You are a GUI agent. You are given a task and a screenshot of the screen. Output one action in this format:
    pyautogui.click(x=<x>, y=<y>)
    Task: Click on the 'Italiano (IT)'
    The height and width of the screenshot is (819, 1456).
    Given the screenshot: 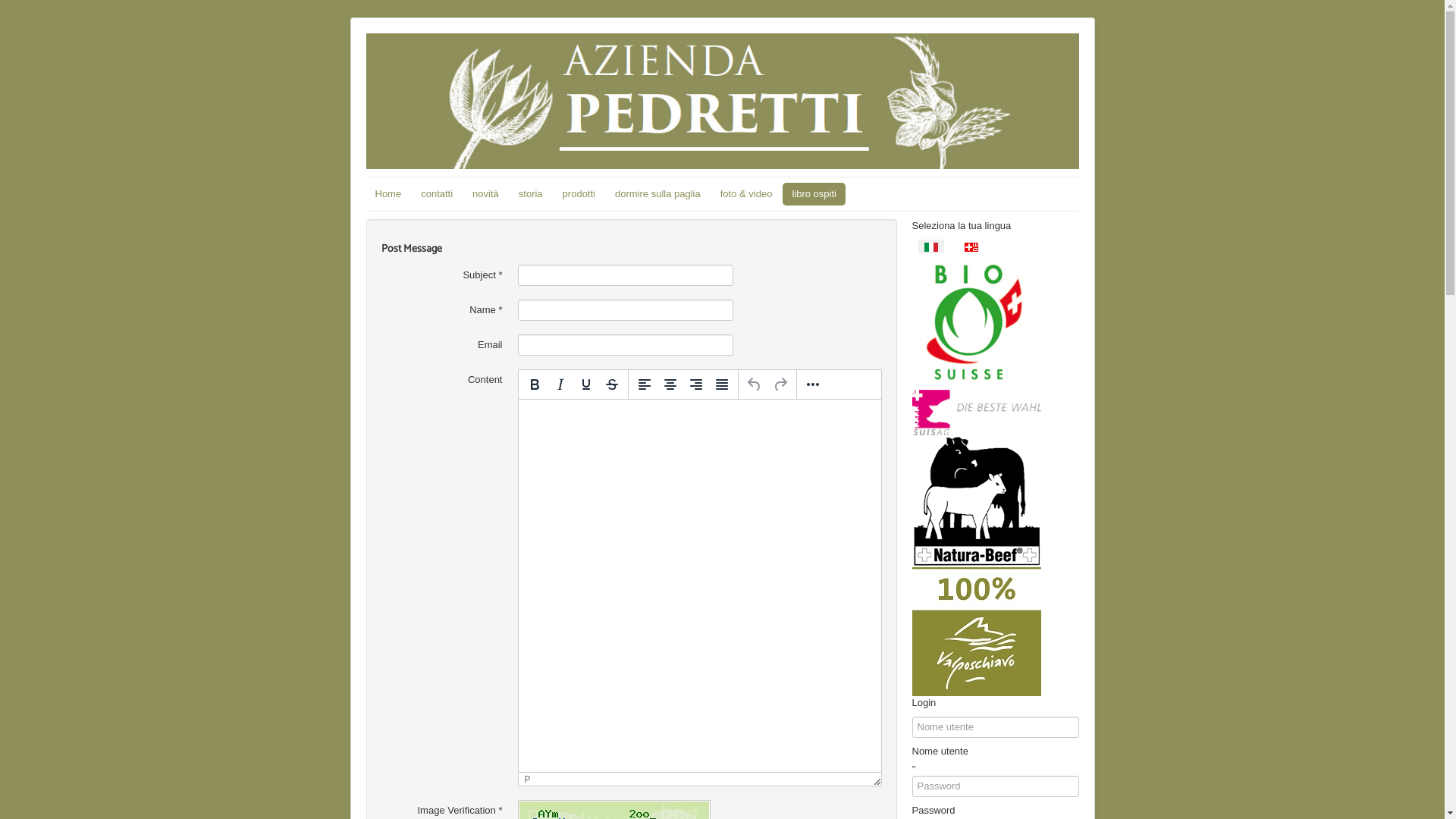 What is the action you would take?
    pyautogui.click(x=930, y=246)
    